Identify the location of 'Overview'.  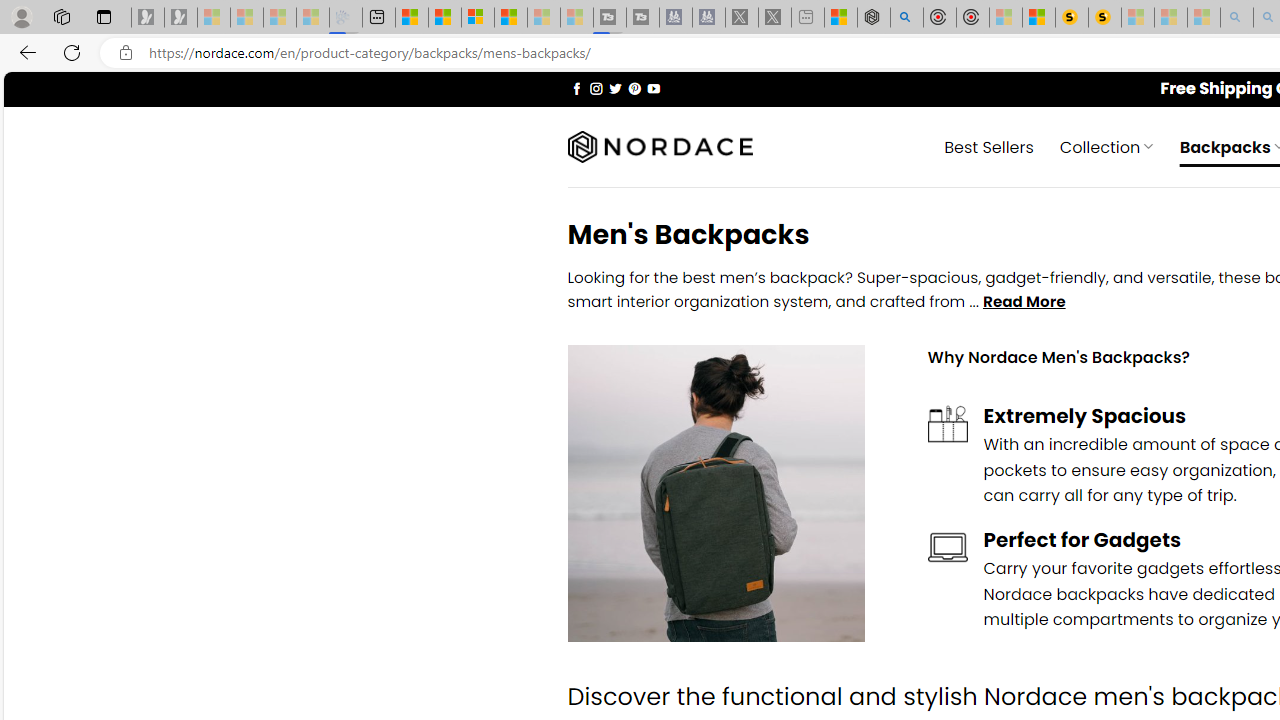
(477, 17).